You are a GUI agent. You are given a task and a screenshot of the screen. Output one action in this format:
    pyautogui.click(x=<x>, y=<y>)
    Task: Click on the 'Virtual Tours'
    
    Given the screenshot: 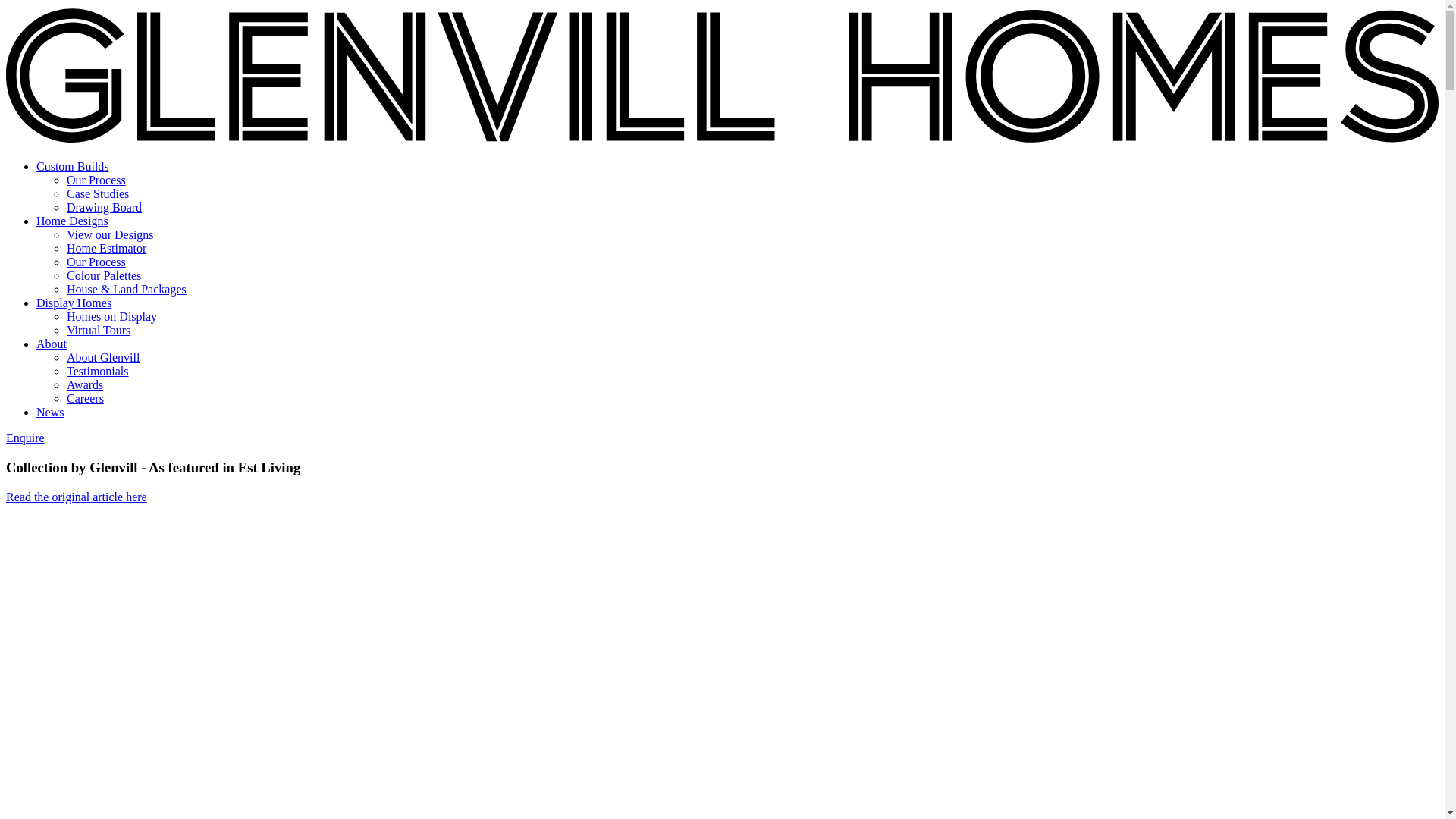 What is the action you would take?
    pyautogui.click(x=97, y=329)
    